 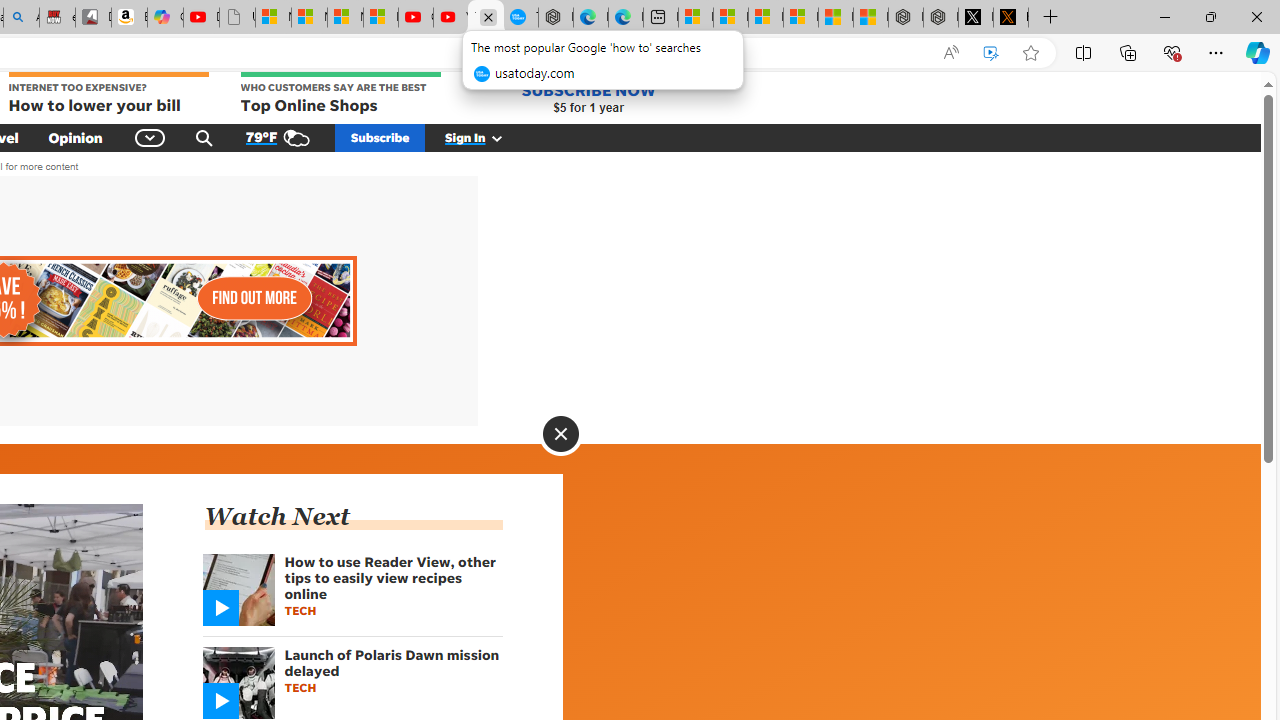 What do you see at coordinates (150, 136) in the screenshot?
I see `'Global Navigation'` at bounding box center [150, 136].